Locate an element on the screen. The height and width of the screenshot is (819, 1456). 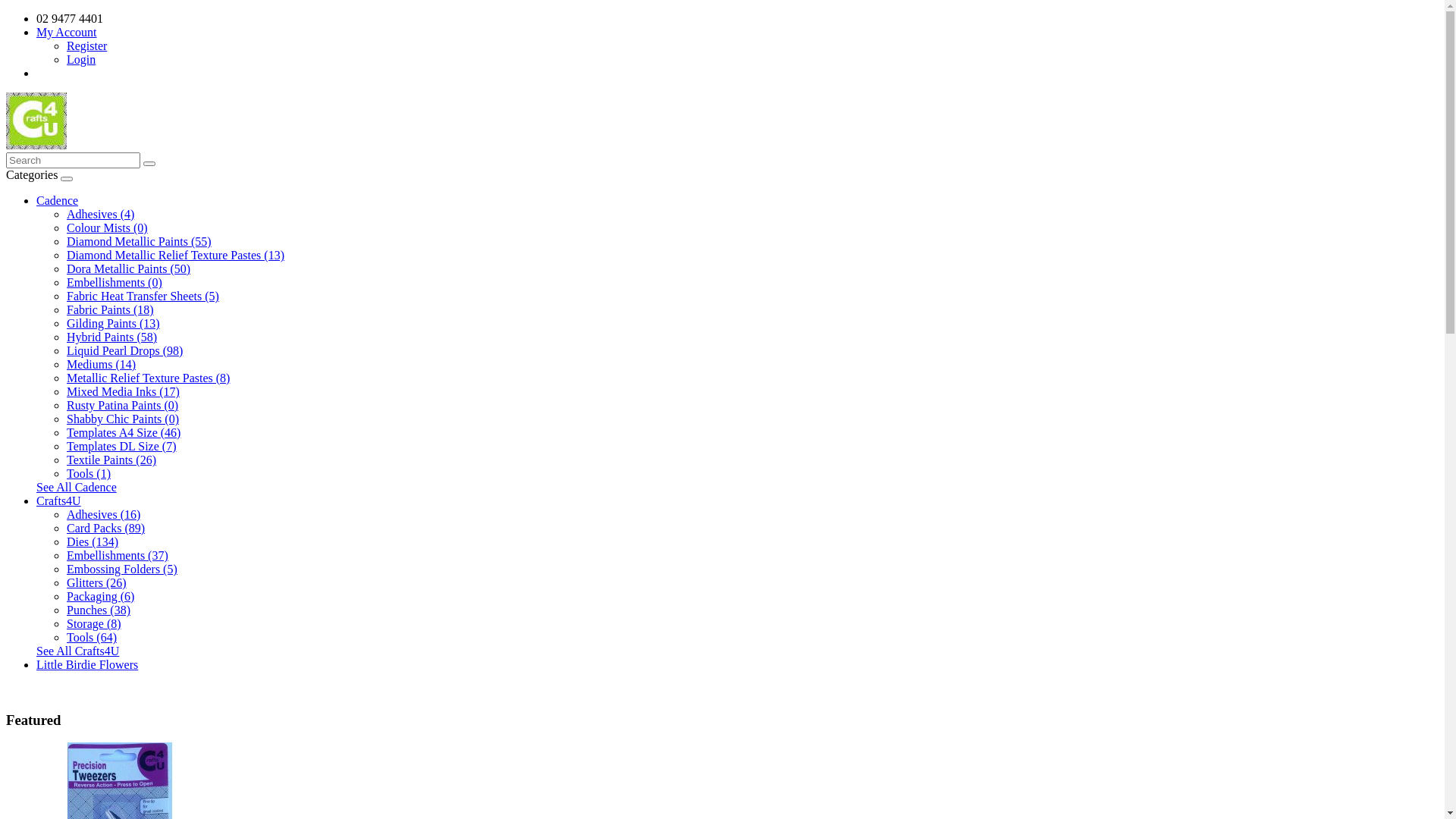
'Embellishments (37)' is located at coordinates (116, 555).